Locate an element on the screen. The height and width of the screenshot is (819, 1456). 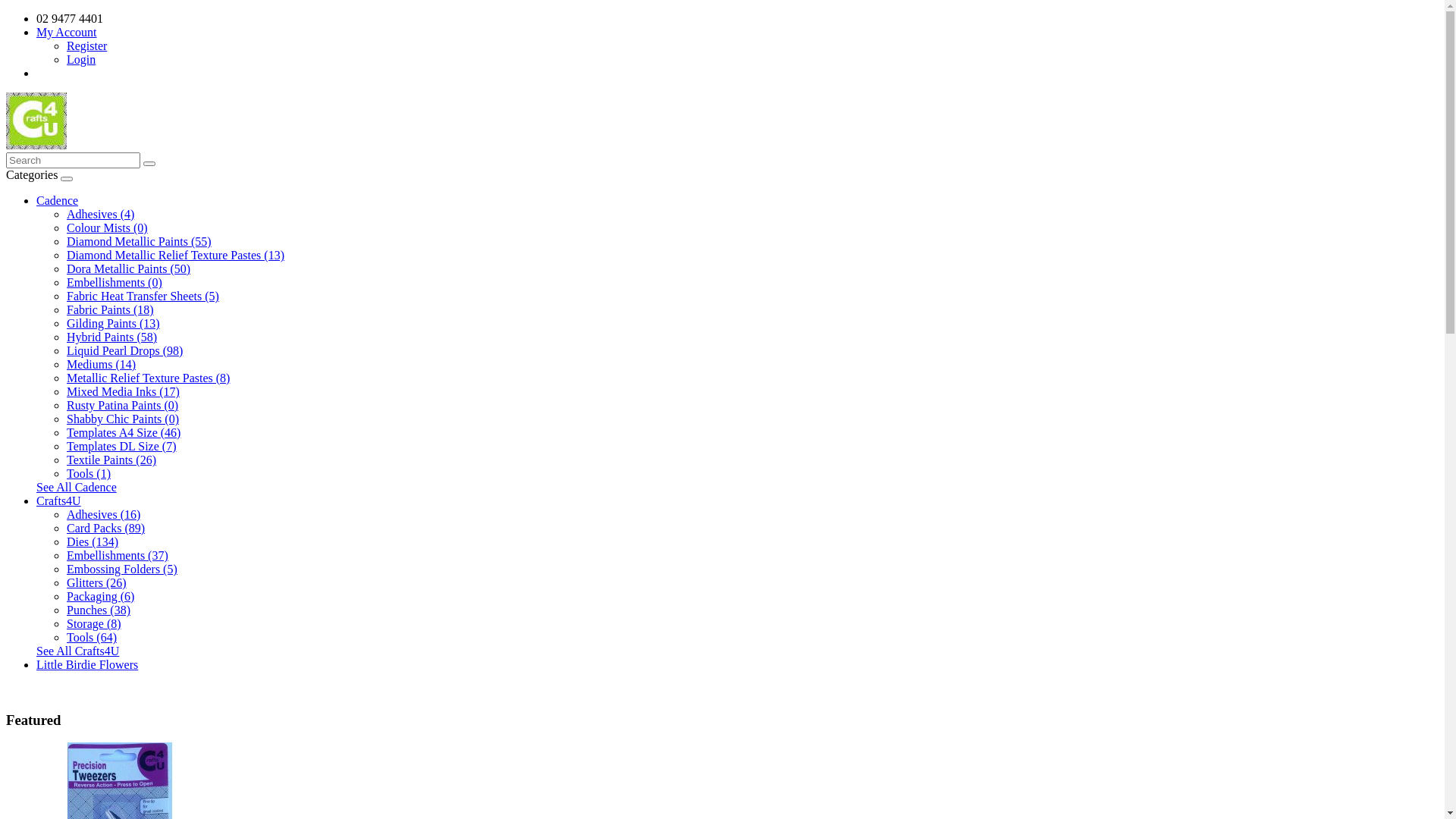
'Embellishments (37)' is located at coordinates (116, 555).